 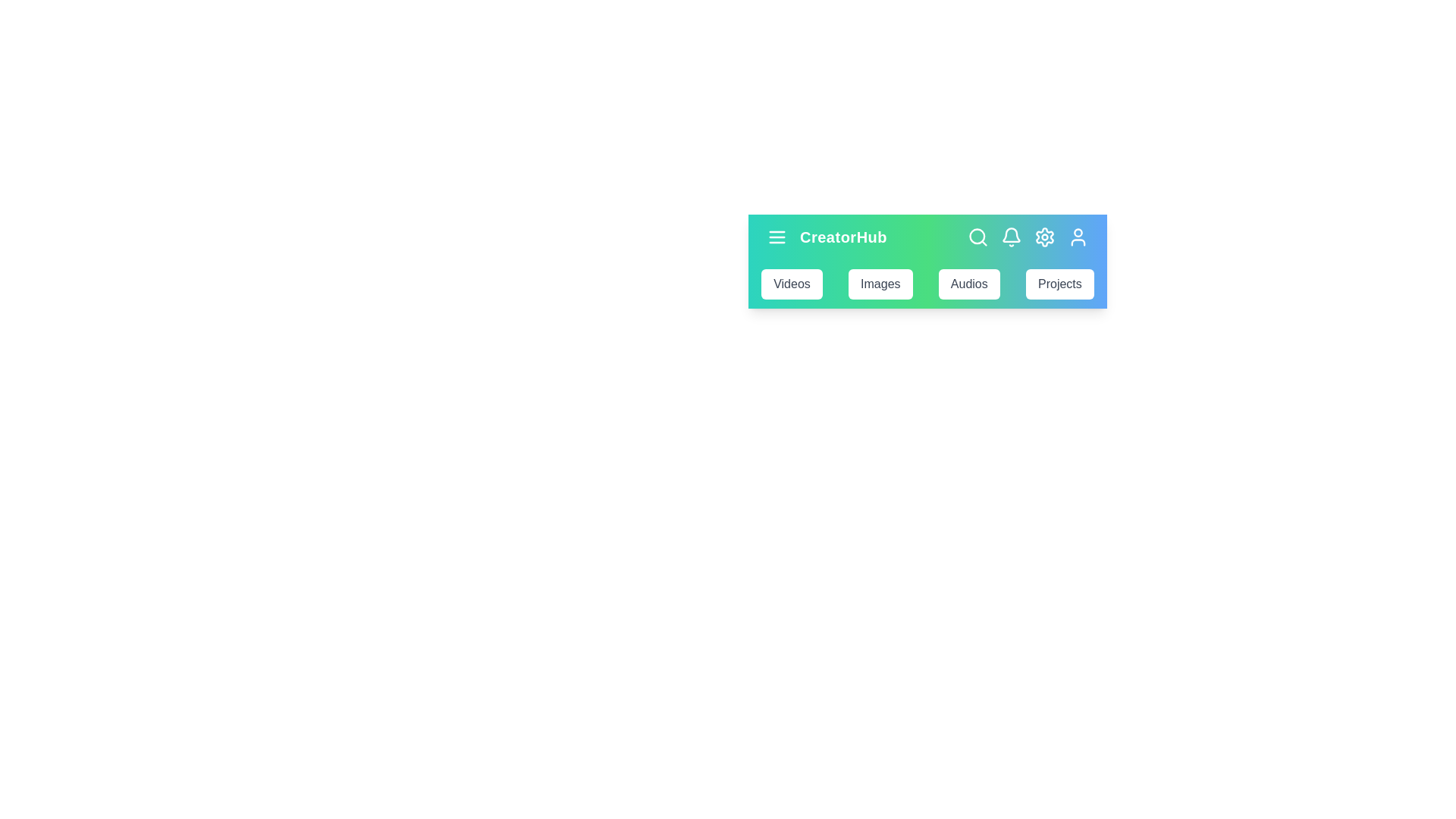 I want to click on the Projects button to navigate to the respective section, so click(x=1059, y=284).